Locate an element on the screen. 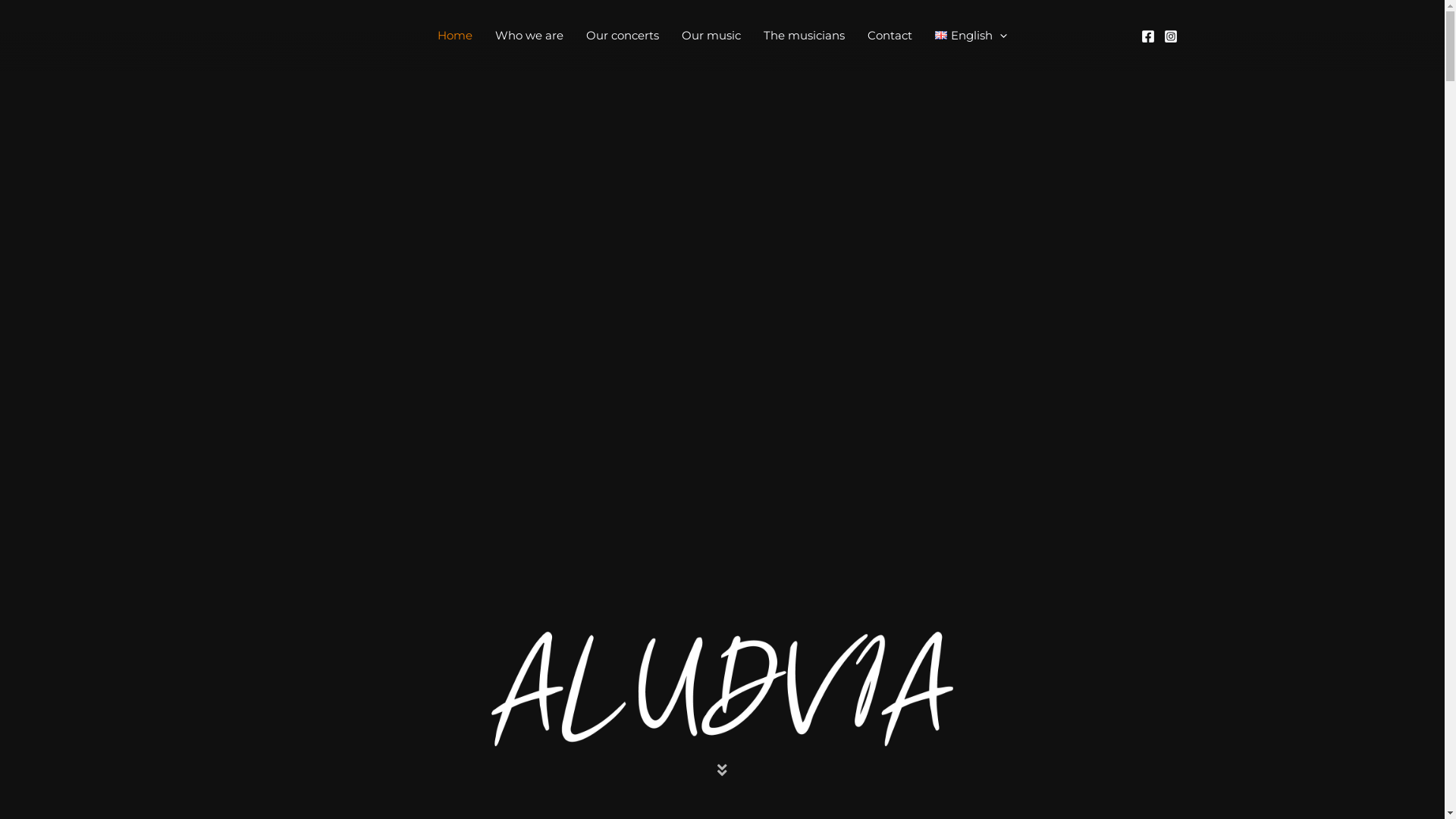 The height and width of the screenshot is (819, 1456). 'English' is located at coordinates (923, 34).